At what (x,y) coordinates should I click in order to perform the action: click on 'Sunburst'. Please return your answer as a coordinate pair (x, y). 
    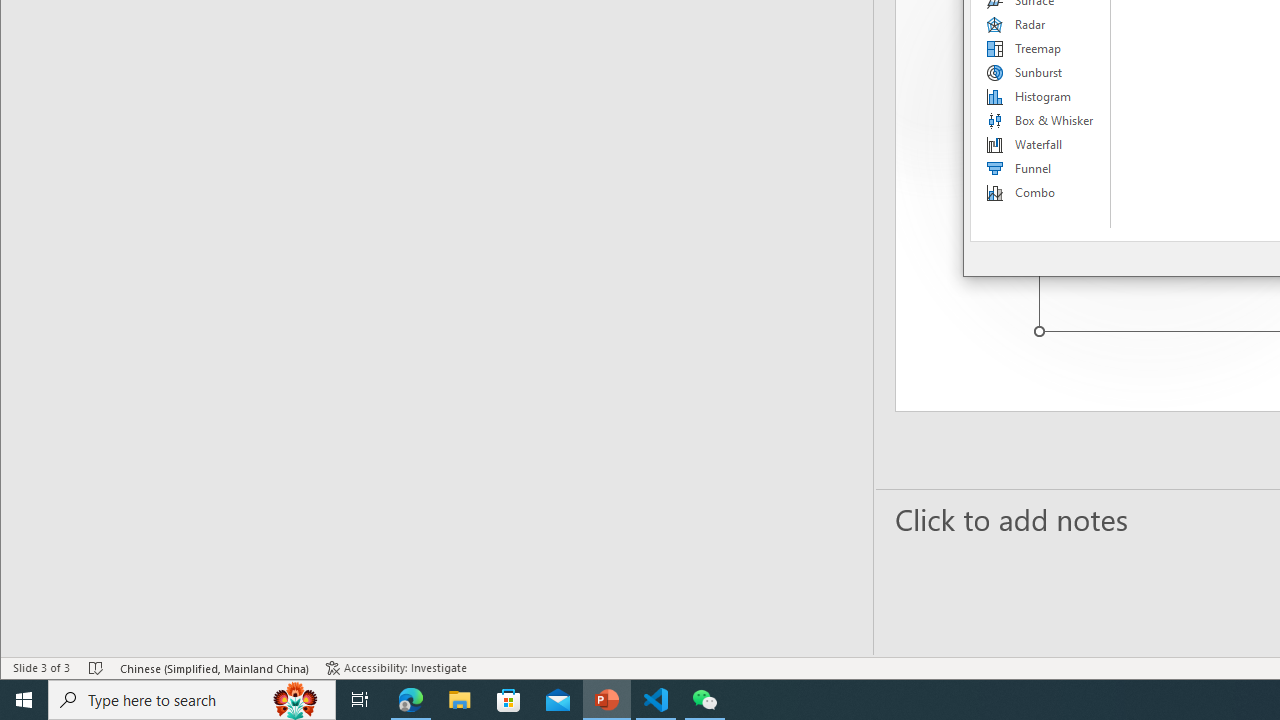
    Looking at the image, I should click on (1040, 72).